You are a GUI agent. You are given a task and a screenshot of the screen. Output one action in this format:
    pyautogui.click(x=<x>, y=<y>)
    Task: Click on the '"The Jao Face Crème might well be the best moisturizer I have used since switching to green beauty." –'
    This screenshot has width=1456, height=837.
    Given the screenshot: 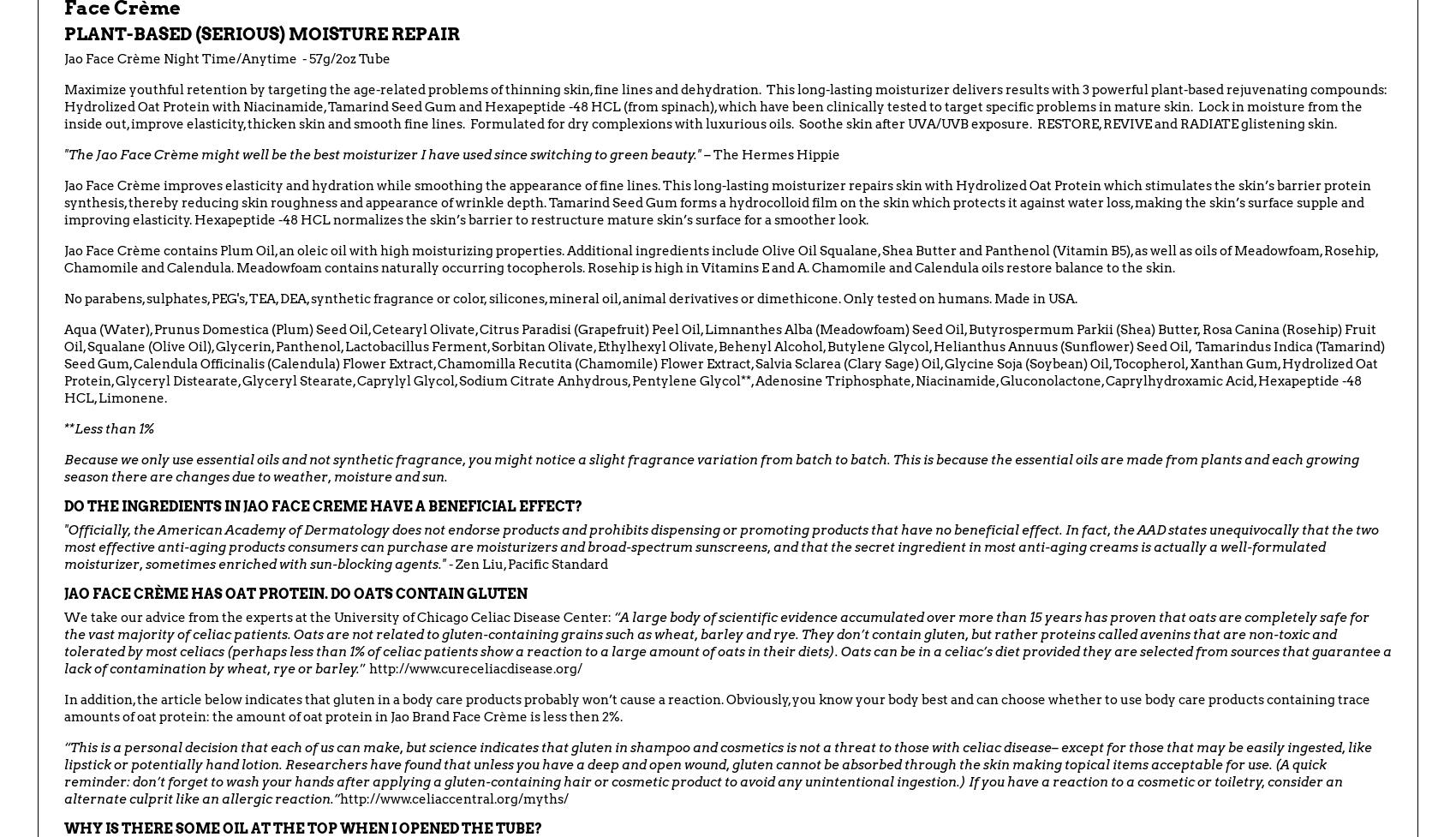 What is the action you would take?
    pyautogui.click(x=387, y=154)
    